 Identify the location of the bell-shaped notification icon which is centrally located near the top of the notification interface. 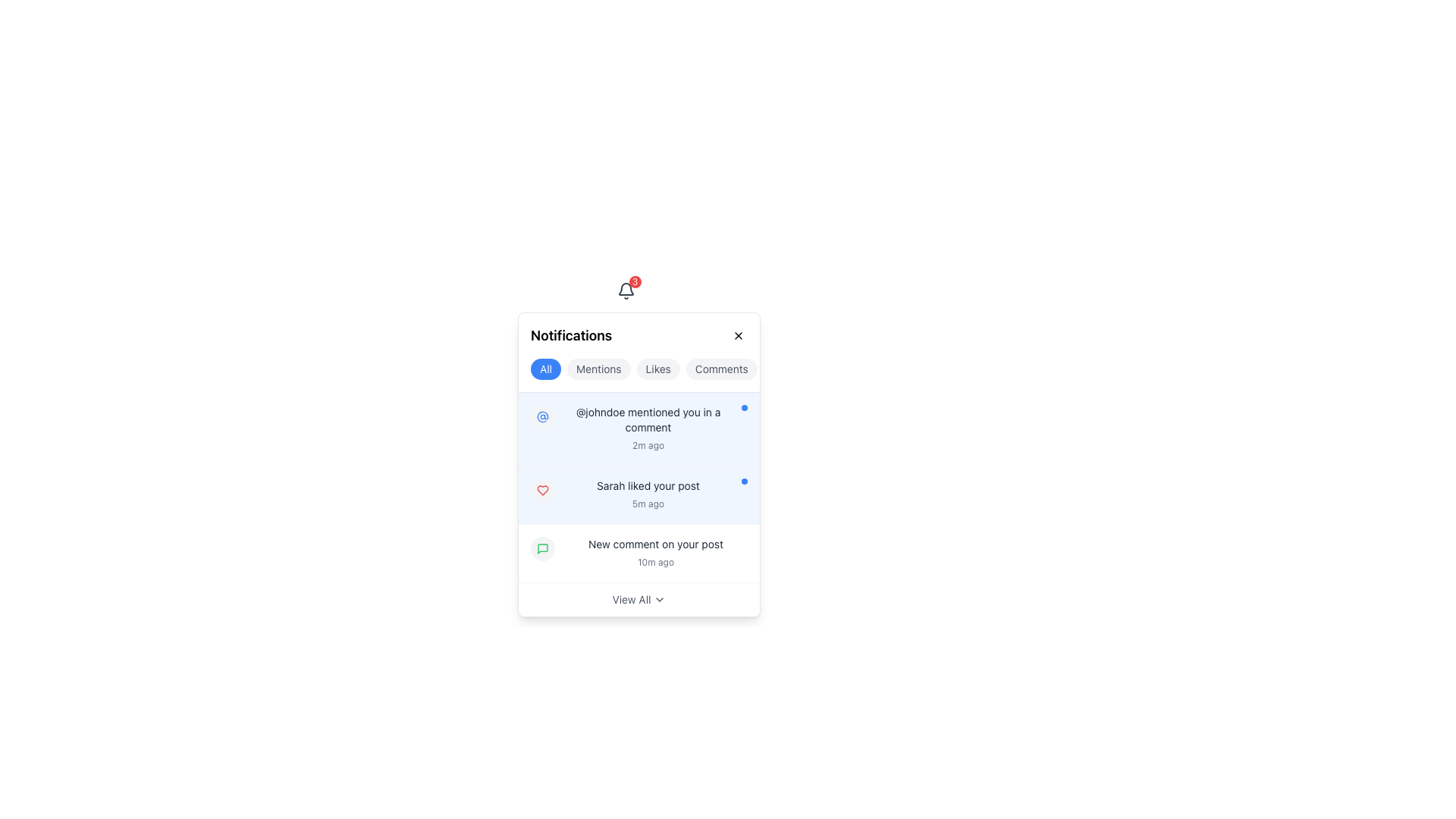
(626, 289).